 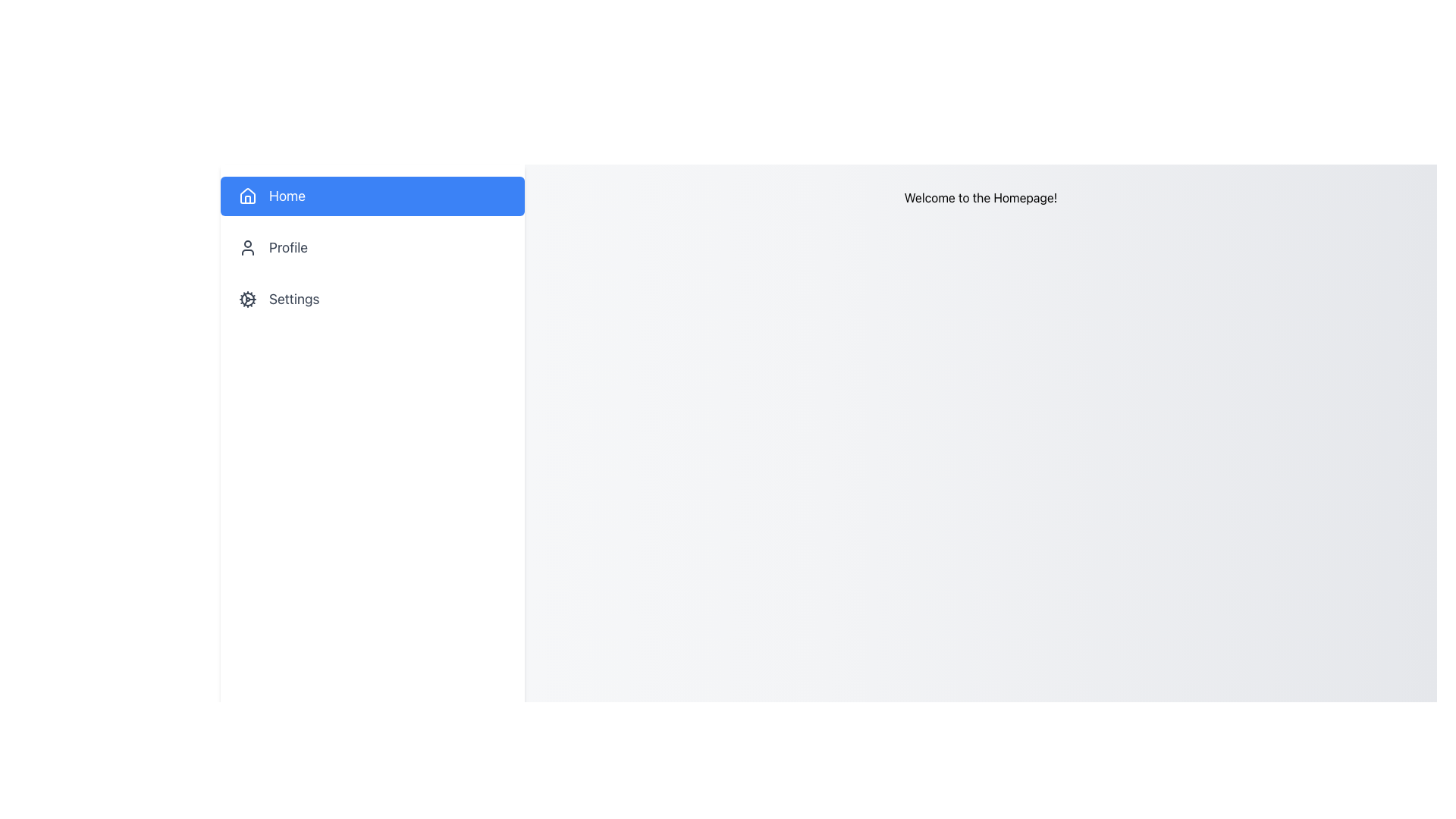 What do you see at coordinates (247, 247) in the screenshot?
I see `the profile icon, which is a user avatar outline located in the left sidebar navigation menu, positioned to the left of the text 'Profile'` at bounding box center [247, 247].